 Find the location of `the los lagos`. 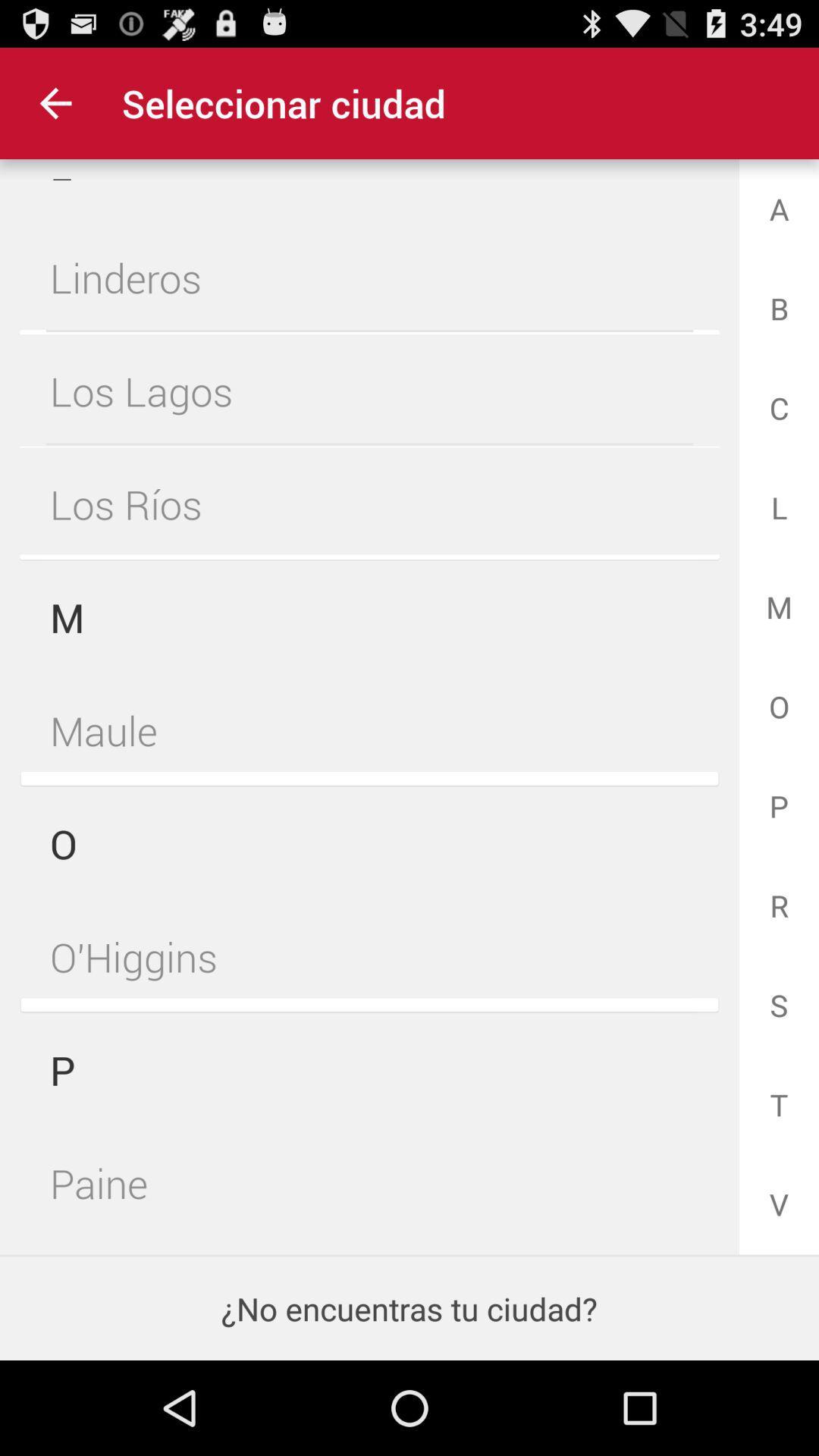

the los lagos is located at coordinates (369, 391).